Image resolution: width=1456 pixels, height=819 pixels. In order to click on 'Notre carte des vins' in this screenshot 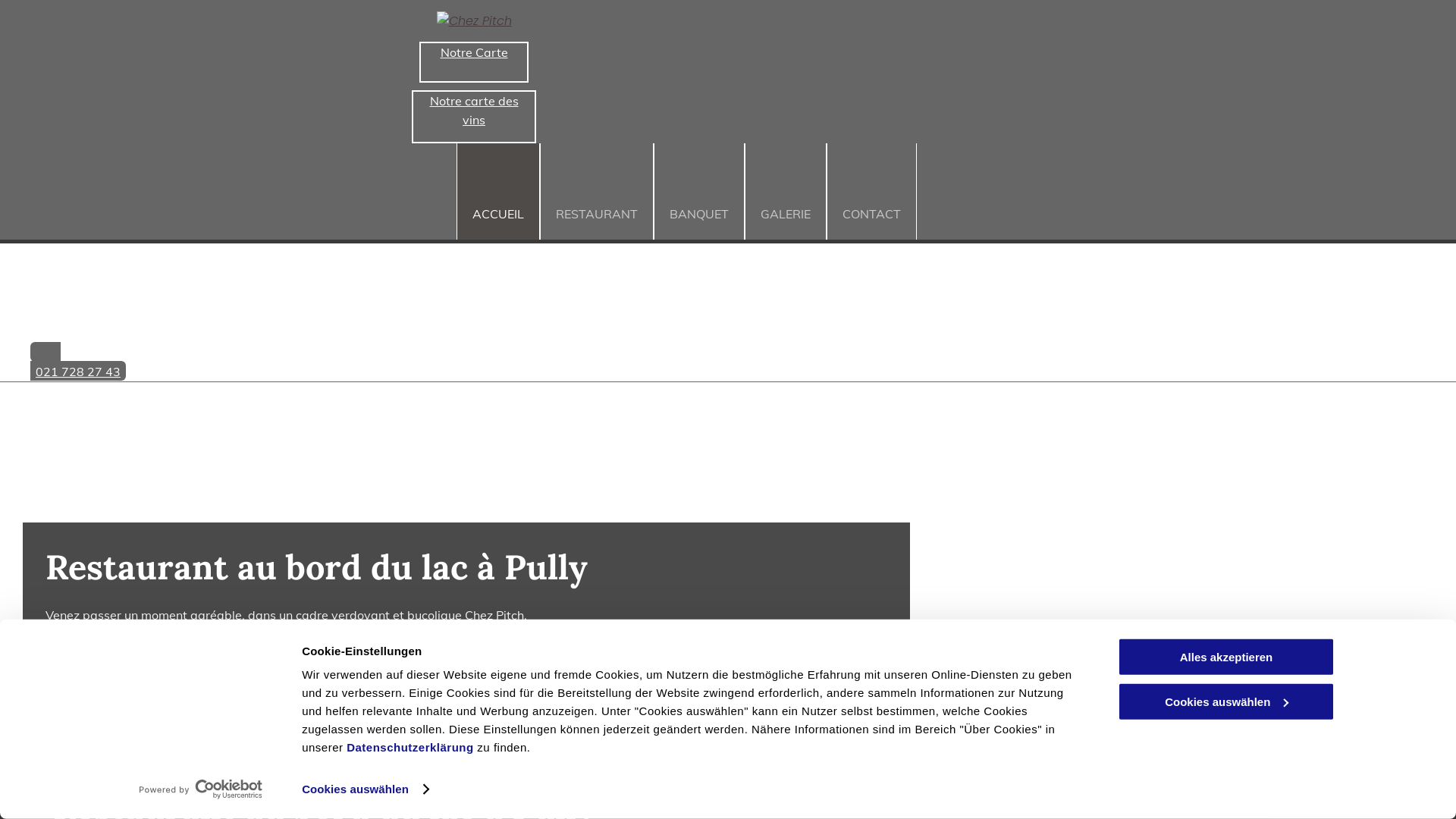, I will do `click(472, 116)`.